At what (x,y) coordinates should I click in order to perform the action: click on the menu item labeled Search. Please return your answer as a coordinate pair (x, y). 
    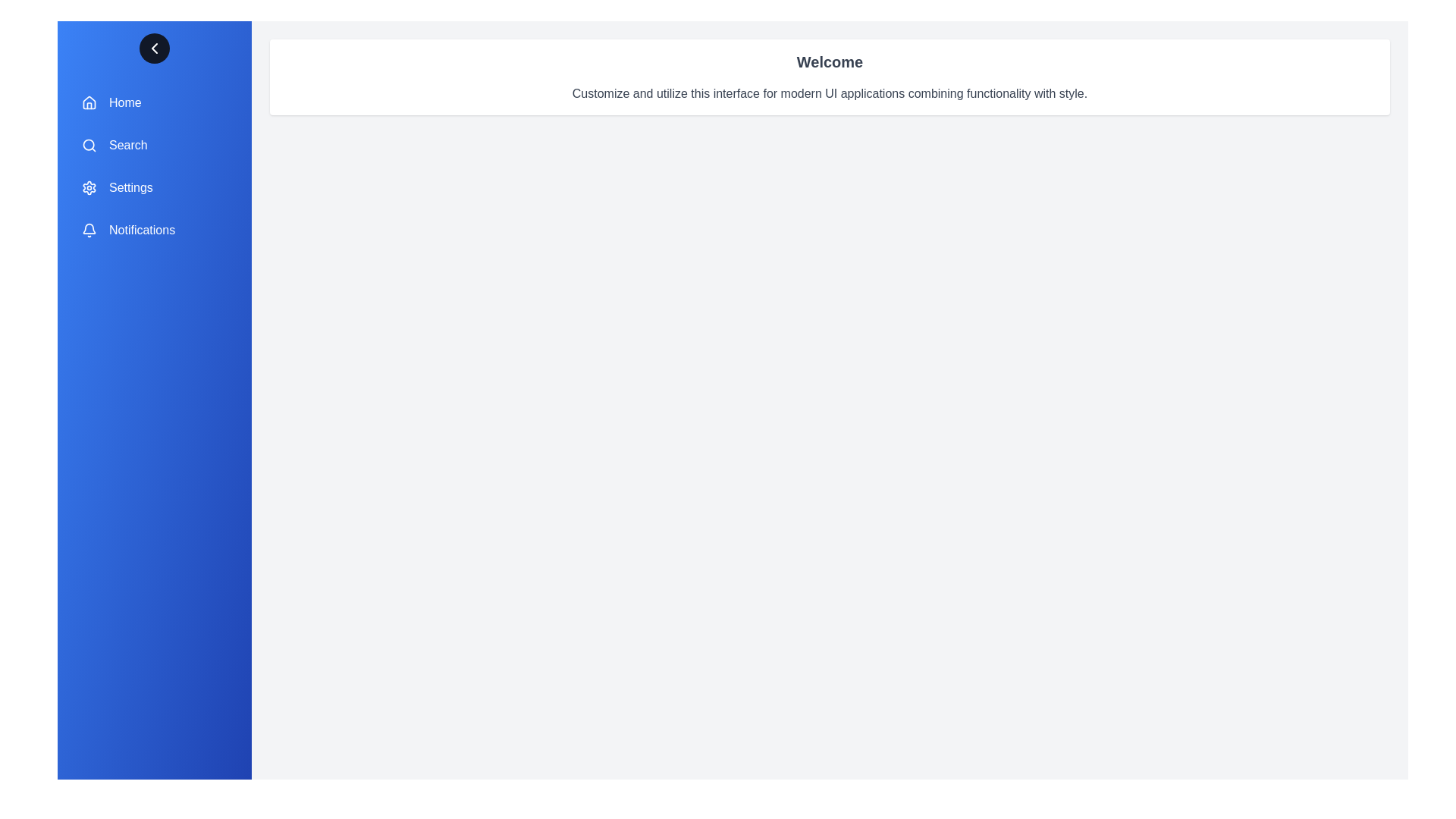
    Looking at the image, I should click on (154, 146).